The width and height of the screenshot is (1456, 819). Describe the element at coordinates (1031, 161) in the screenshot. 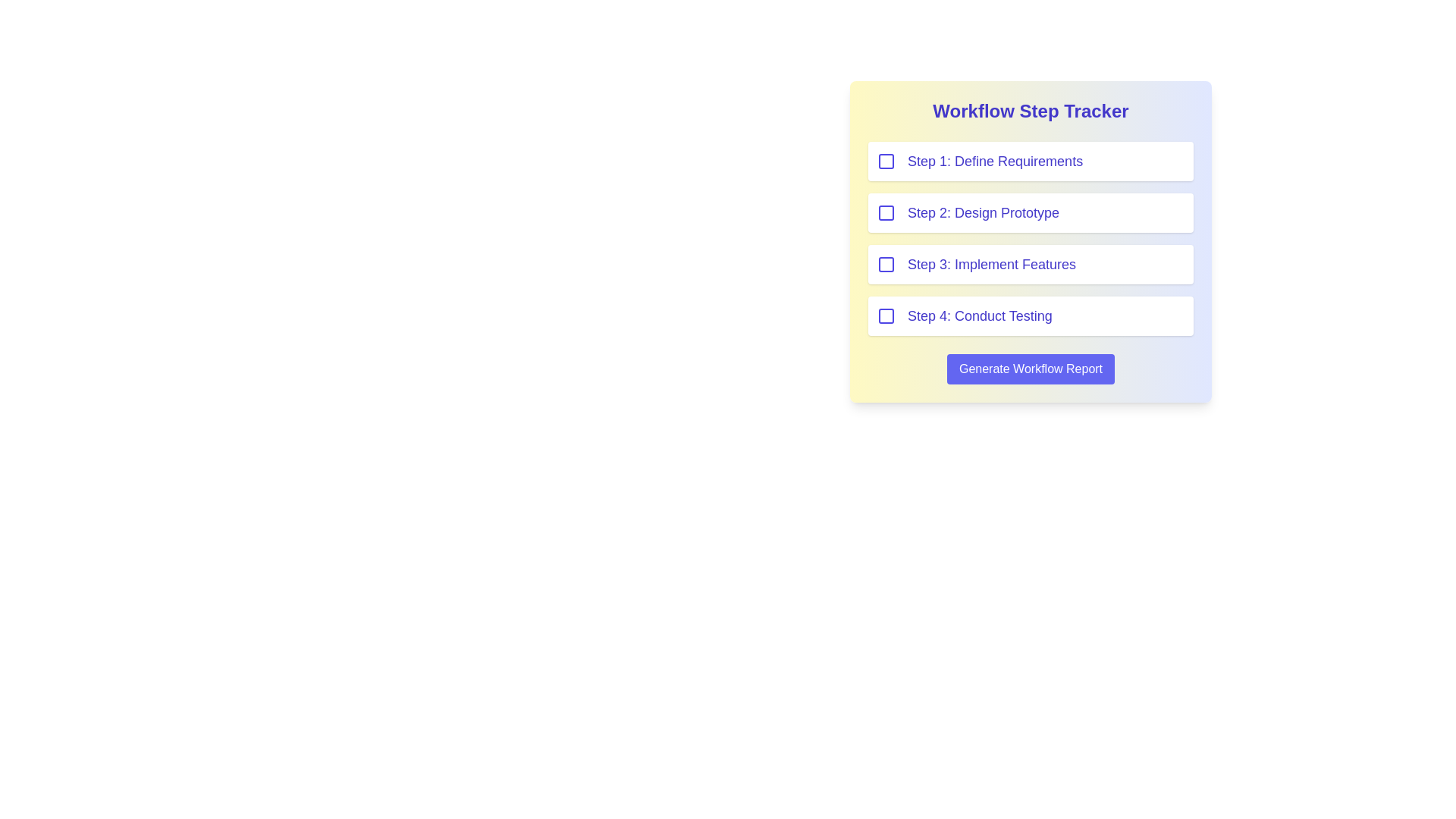

I see `the checkbox item labeled 'Step 1: Define Requirements' to edit the text` at that location.